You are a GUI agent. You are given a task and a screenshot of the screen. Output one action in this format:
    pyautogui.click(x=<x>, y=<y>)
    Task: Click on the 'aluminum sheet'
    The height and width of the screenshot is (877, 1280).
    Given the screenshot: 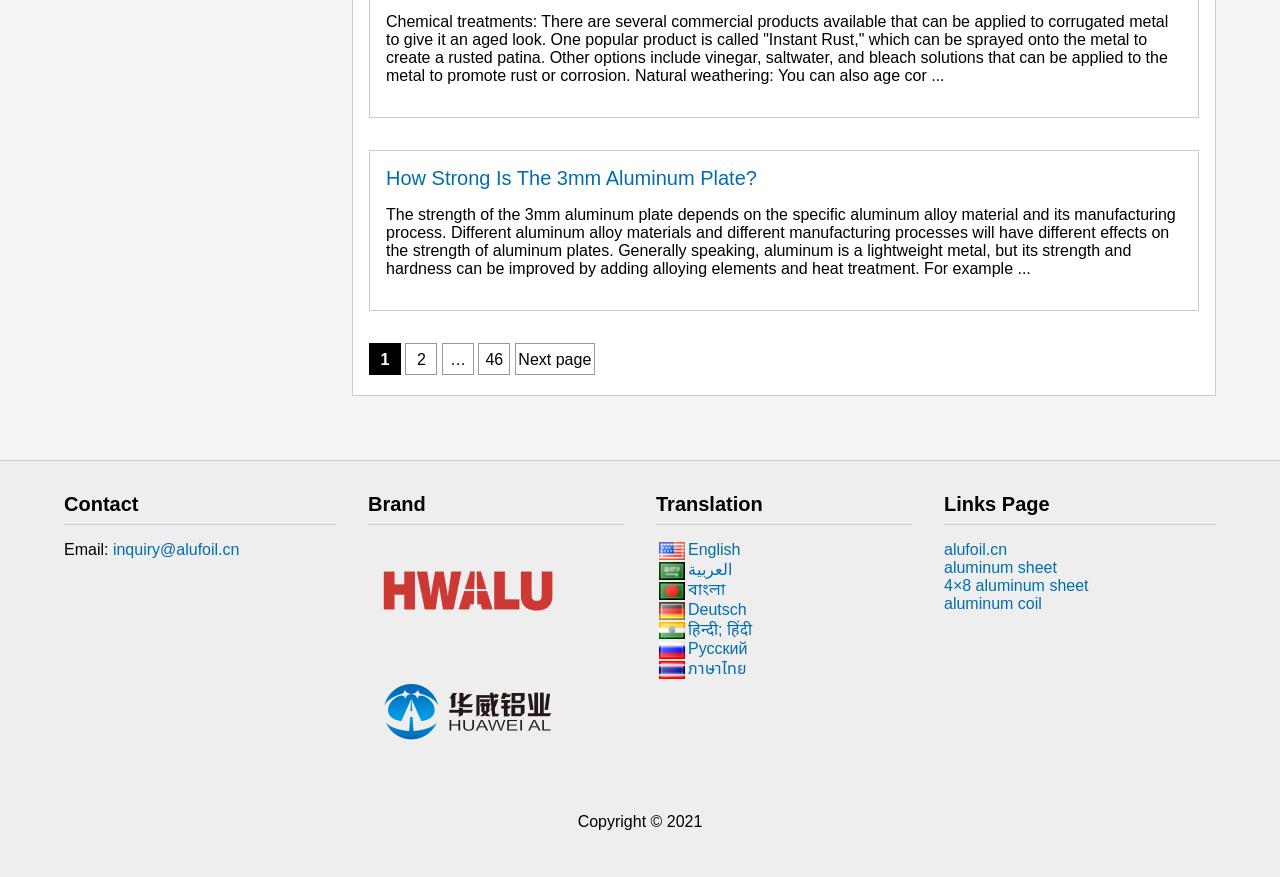 What is the action you would take?
    pyautogui.click(x=999, y=567)
    